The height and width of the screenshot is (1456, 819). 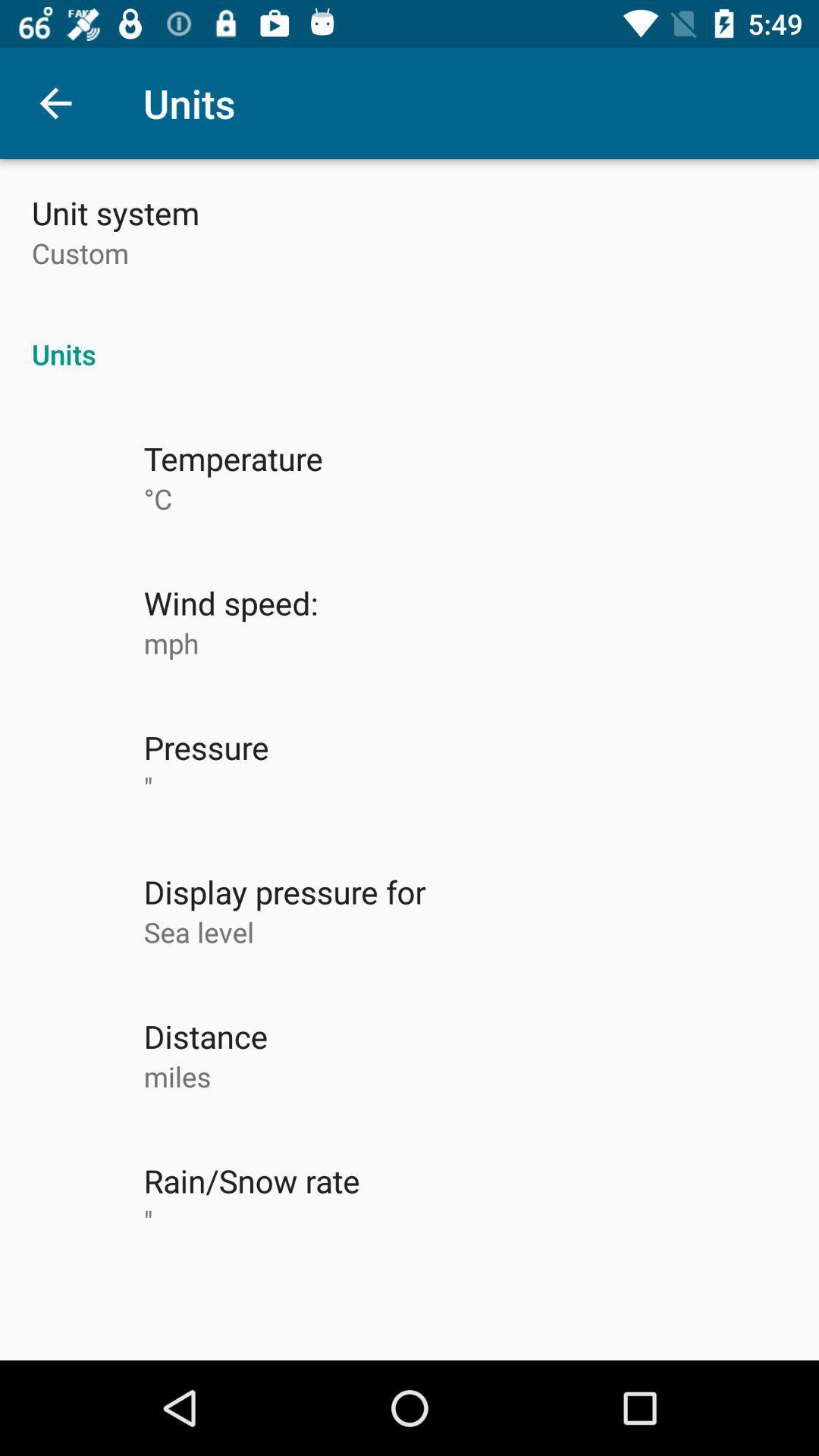 What do you see at coordinates (55, 102) in the screenshot?
I see `icon to the left of the units item` at bounding box center [55, 102].